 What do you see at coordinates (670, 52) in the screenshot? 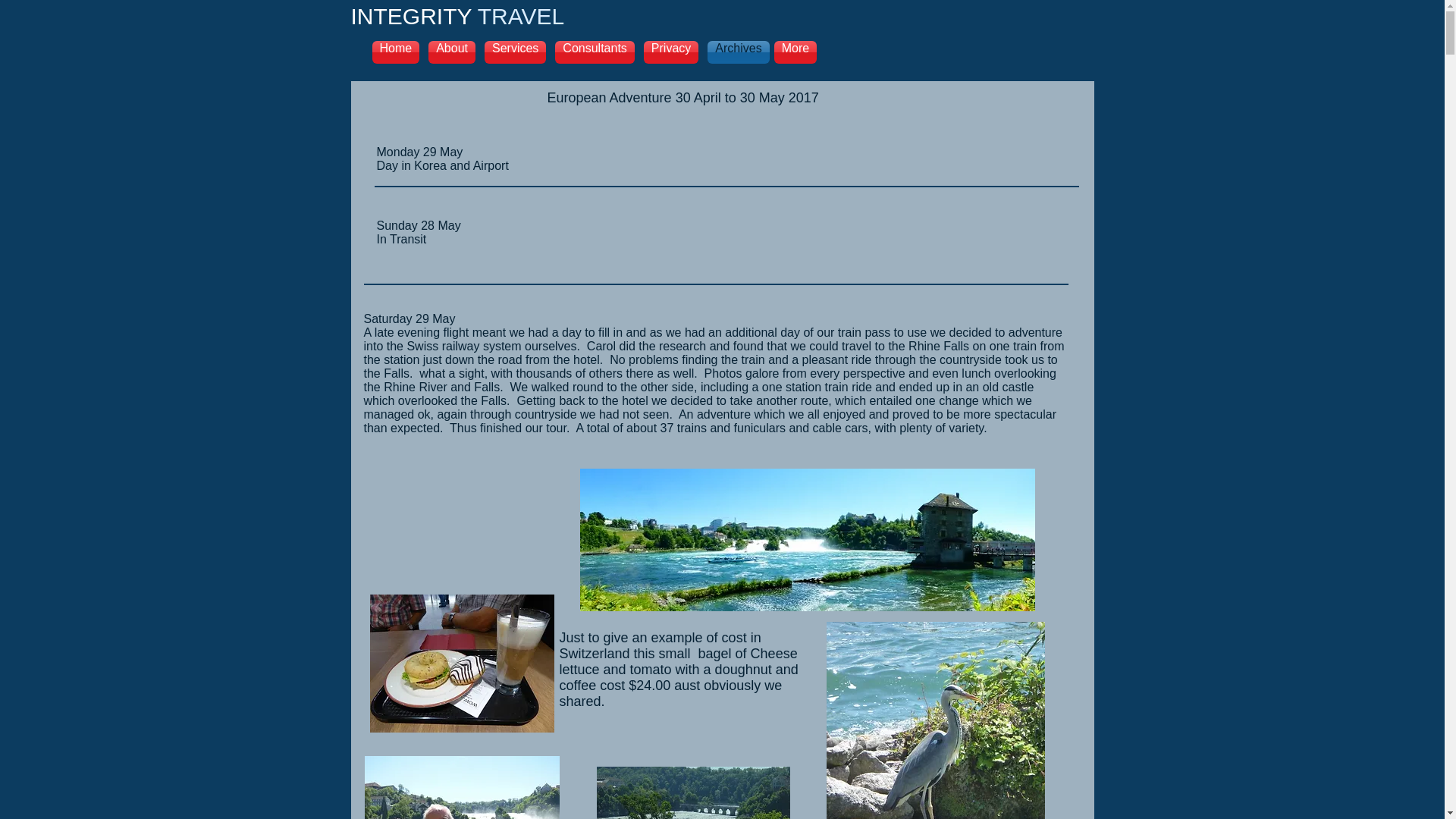
I see `'Privacy'` at bounding box center [670, 52].